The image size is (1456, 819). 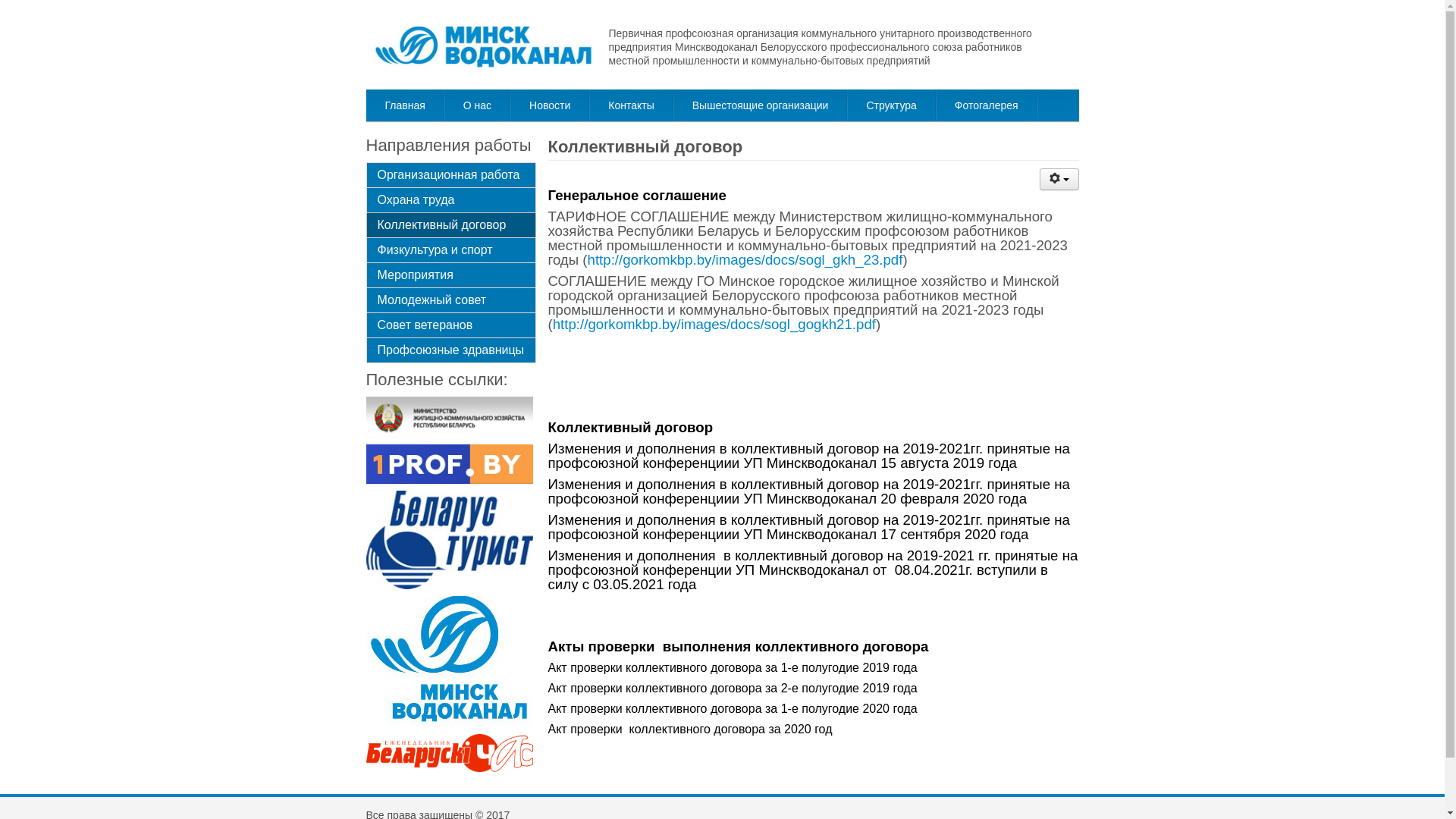 What do you see at coordinates (713, 323) in the screenshot?
I see `'http://gorkomkbp.by/images/docs/sogl_gogkh21.pdf'` at bounding box center [713, 323].